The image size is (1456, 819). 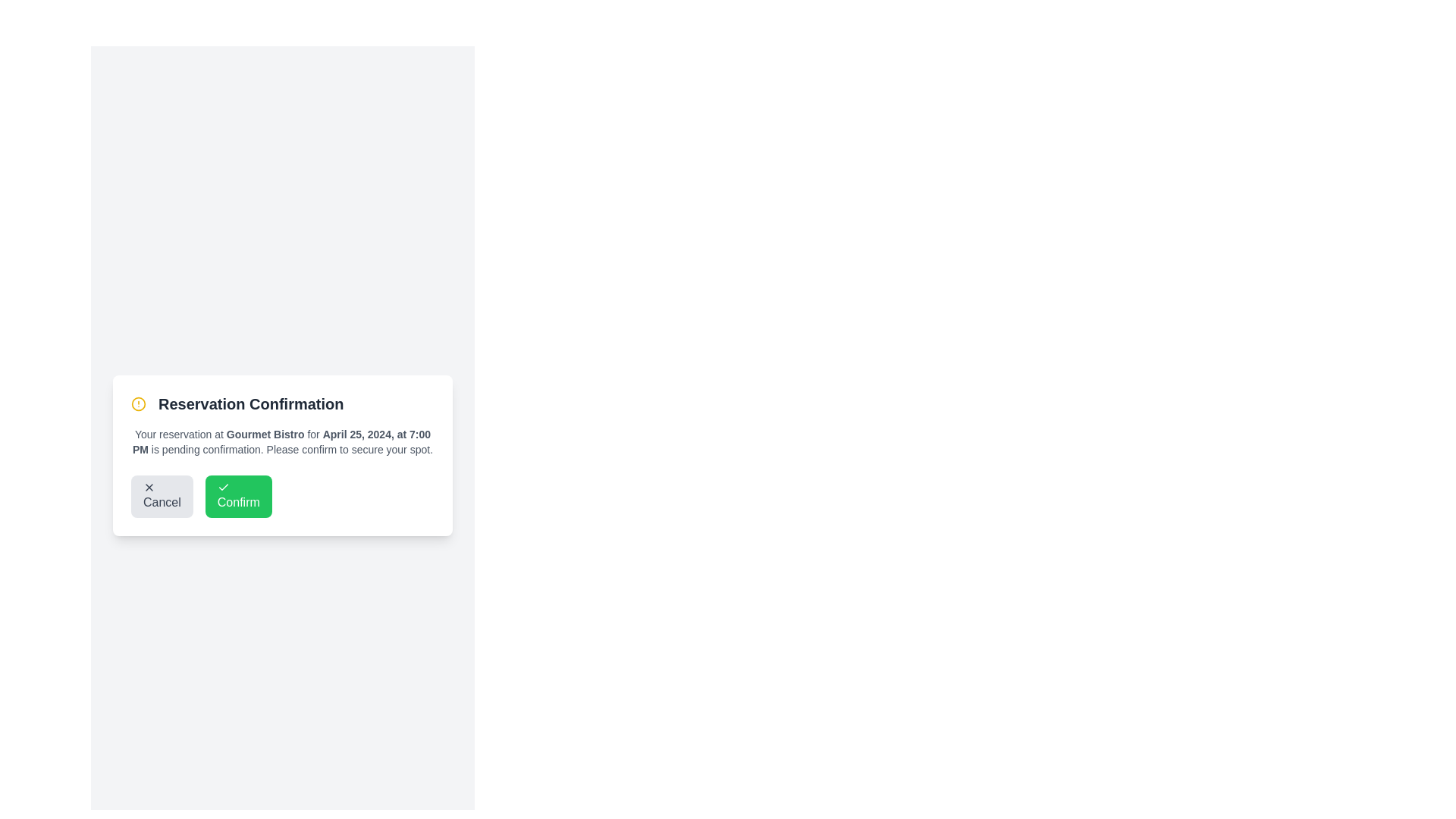 What do you see at coordinates (281, 441) in the screenshot?
I see `the Text label that conveys the specific date and time of a reservation, located after 'Gourmet Bistro' and before 'is pending confirmation.'` at bounding box center [281, 441].